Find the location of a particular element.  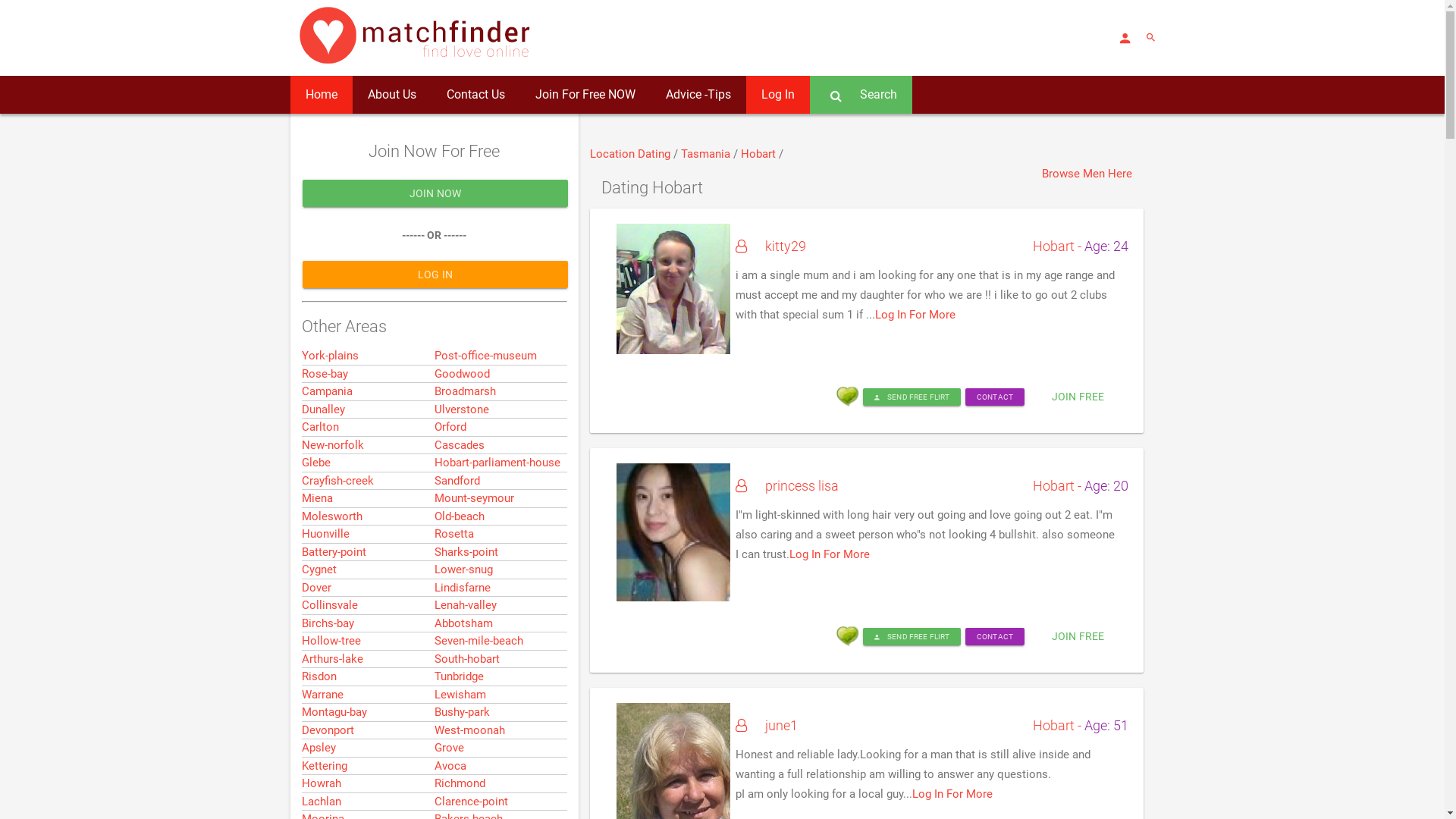

'Search' is located at coordinates (861, 94).